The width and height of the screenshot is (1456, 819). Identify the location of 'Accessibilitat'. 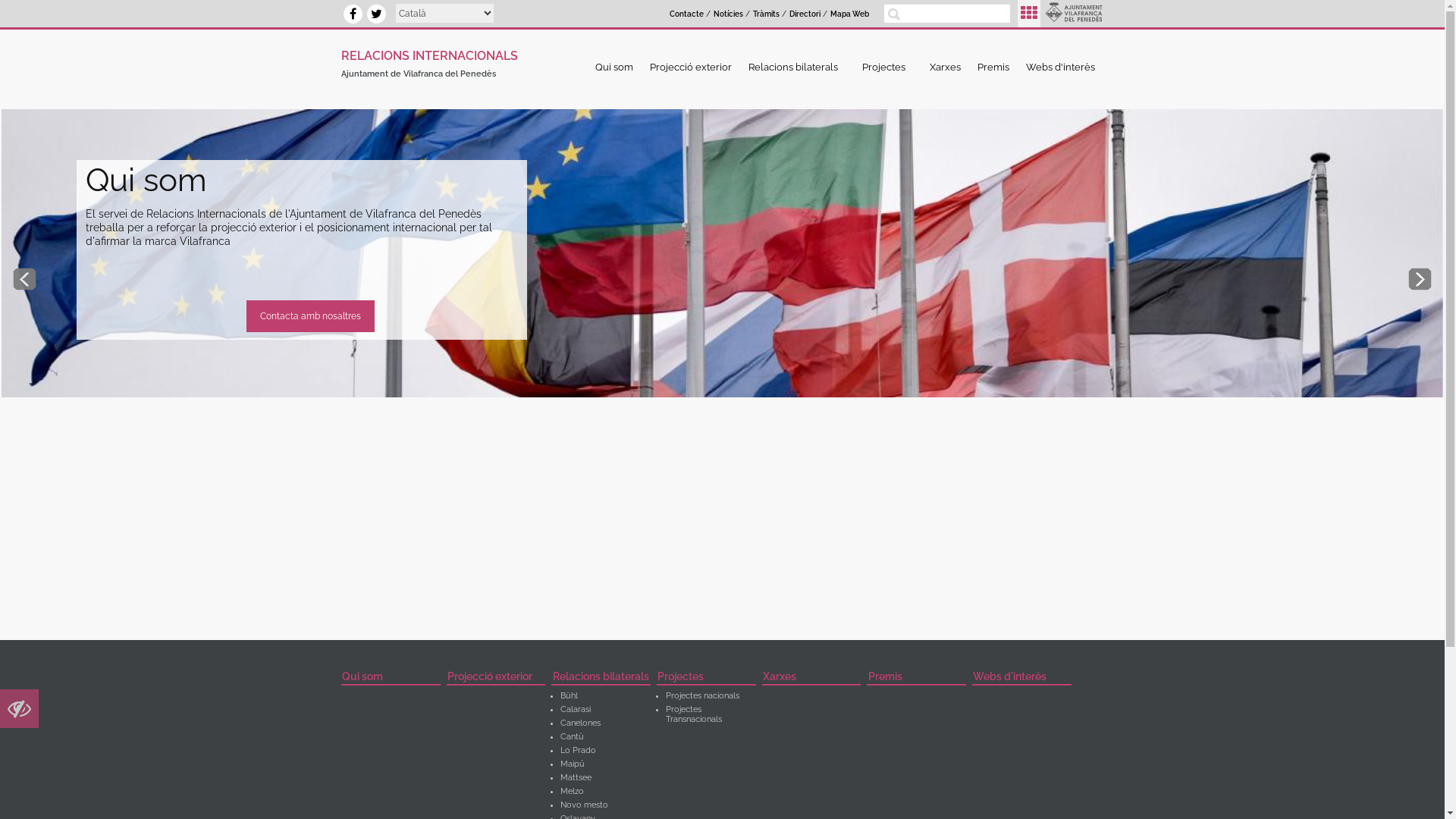
(19, 712).